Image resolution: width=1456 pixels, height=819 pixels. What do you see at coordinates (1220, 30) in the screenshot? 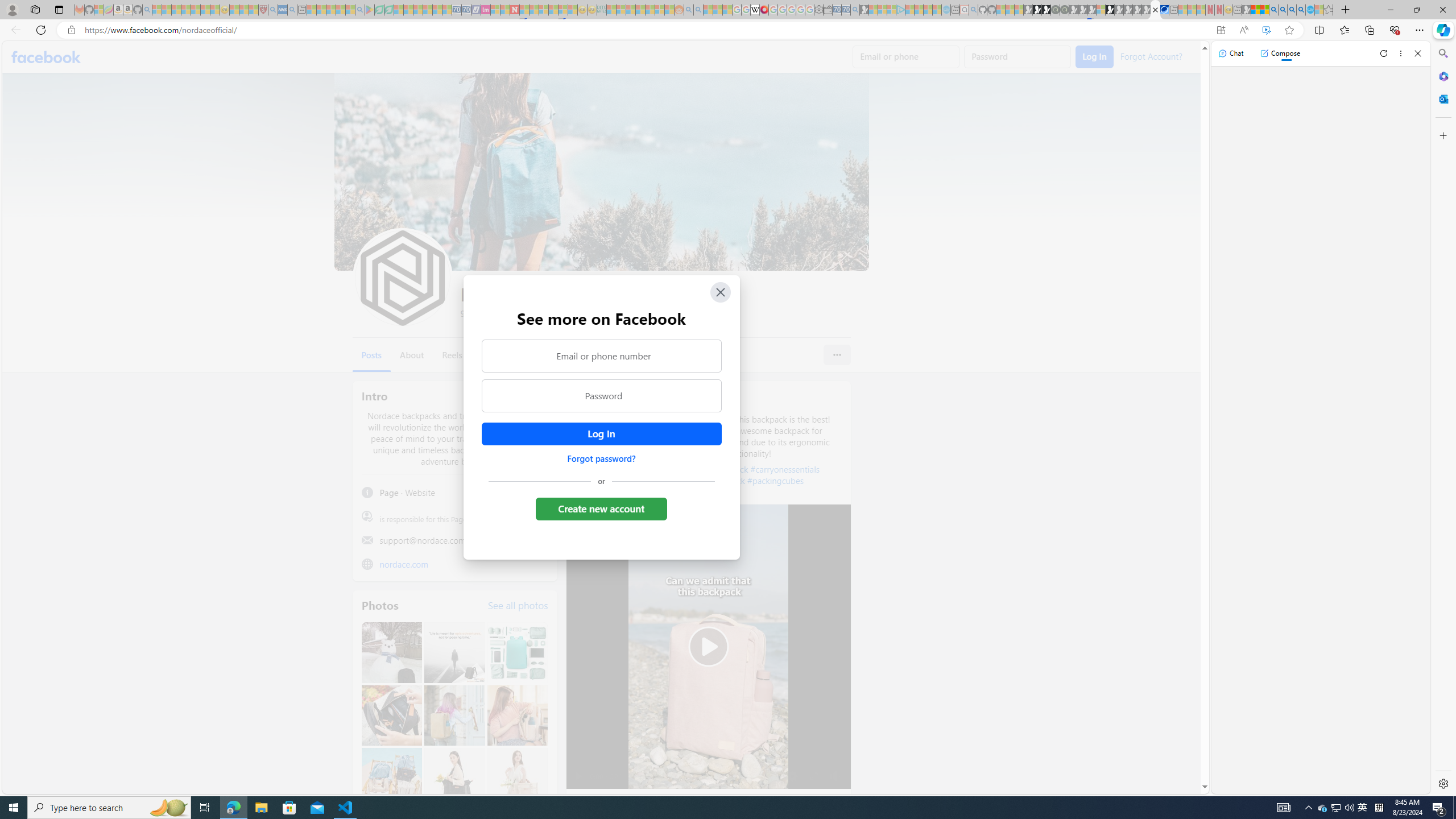
I see `'App available. Install Facebook'` at bounding box center [1220, 30].